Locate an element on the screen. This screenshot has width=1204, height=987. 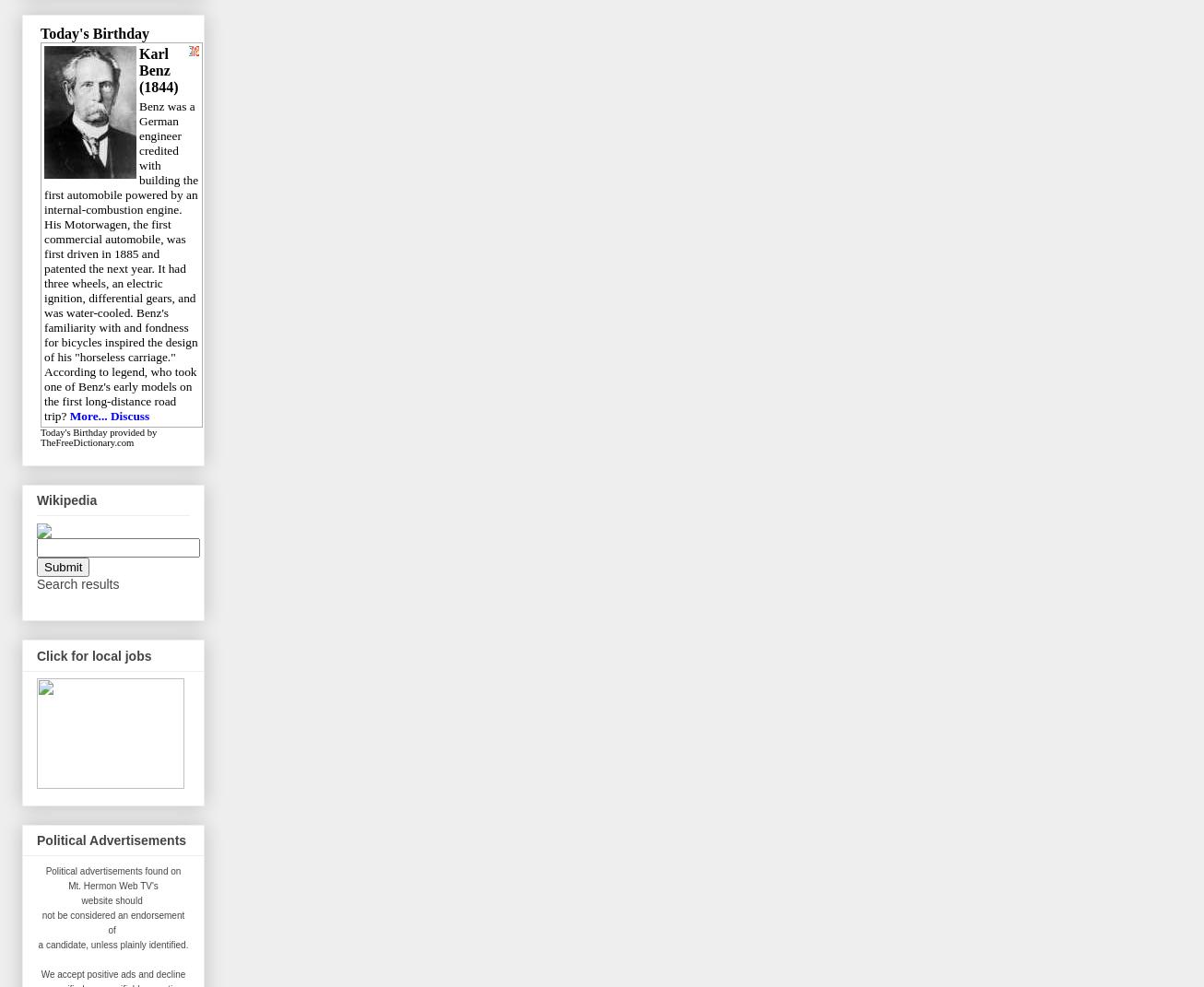
'endorsement
of' is located at coordinates (146, 922).